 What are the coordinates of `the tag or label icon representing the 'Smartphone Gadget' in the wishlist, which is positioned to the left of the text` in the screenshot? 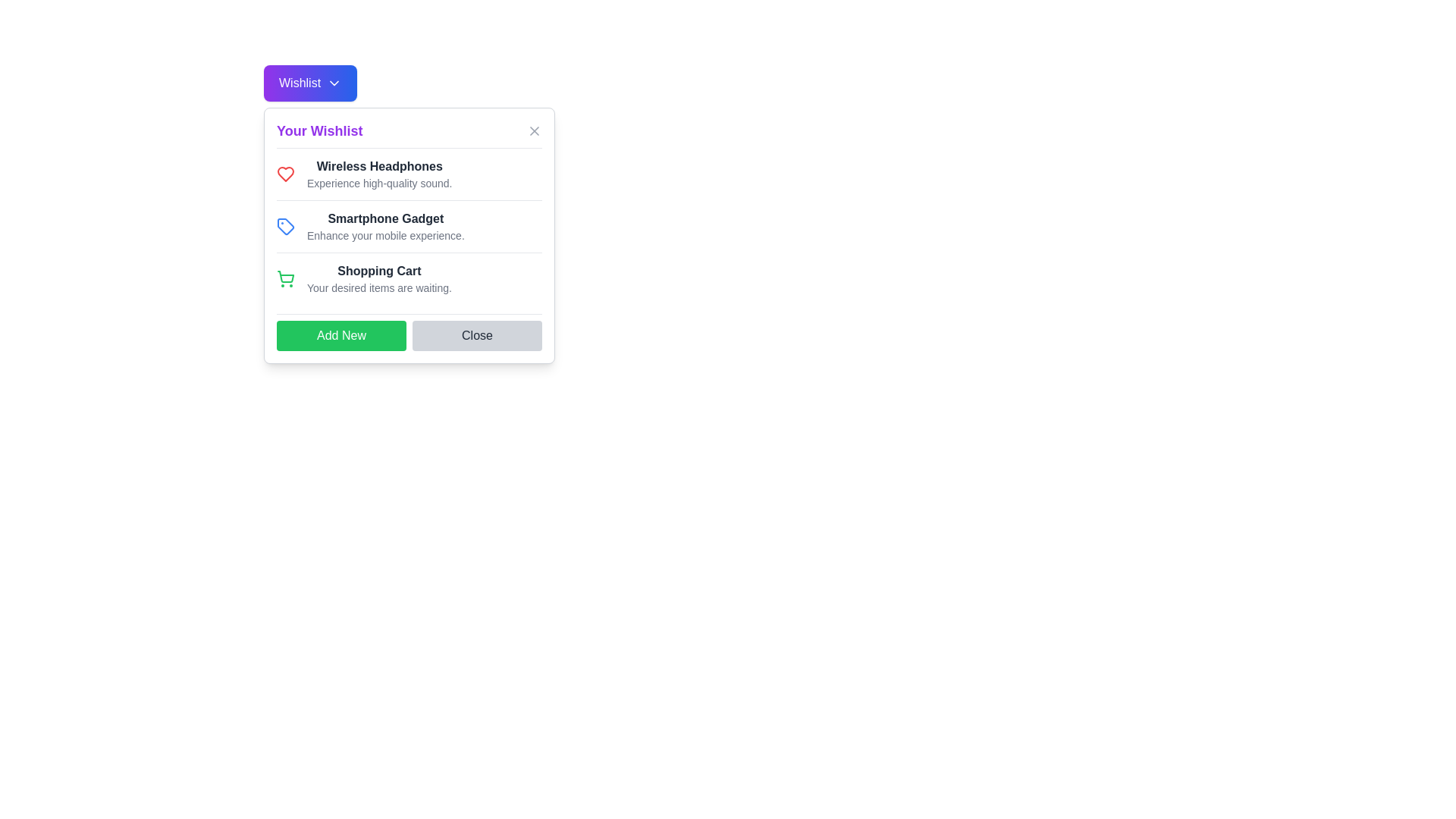 It's located at (286, 227).